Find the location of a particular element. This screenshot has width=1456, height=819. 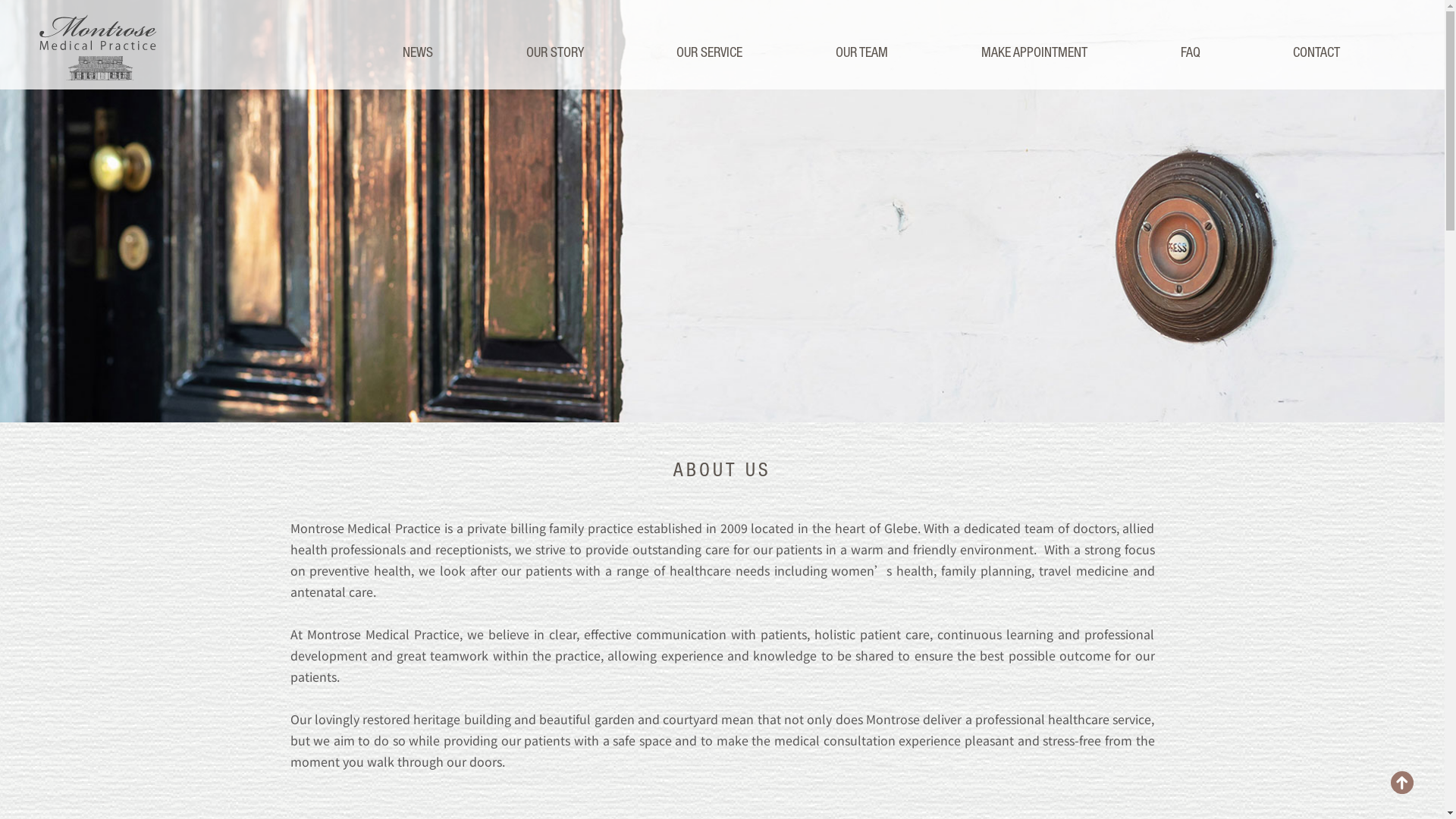

'OUR STORY' is located at coordinates (554, 52).